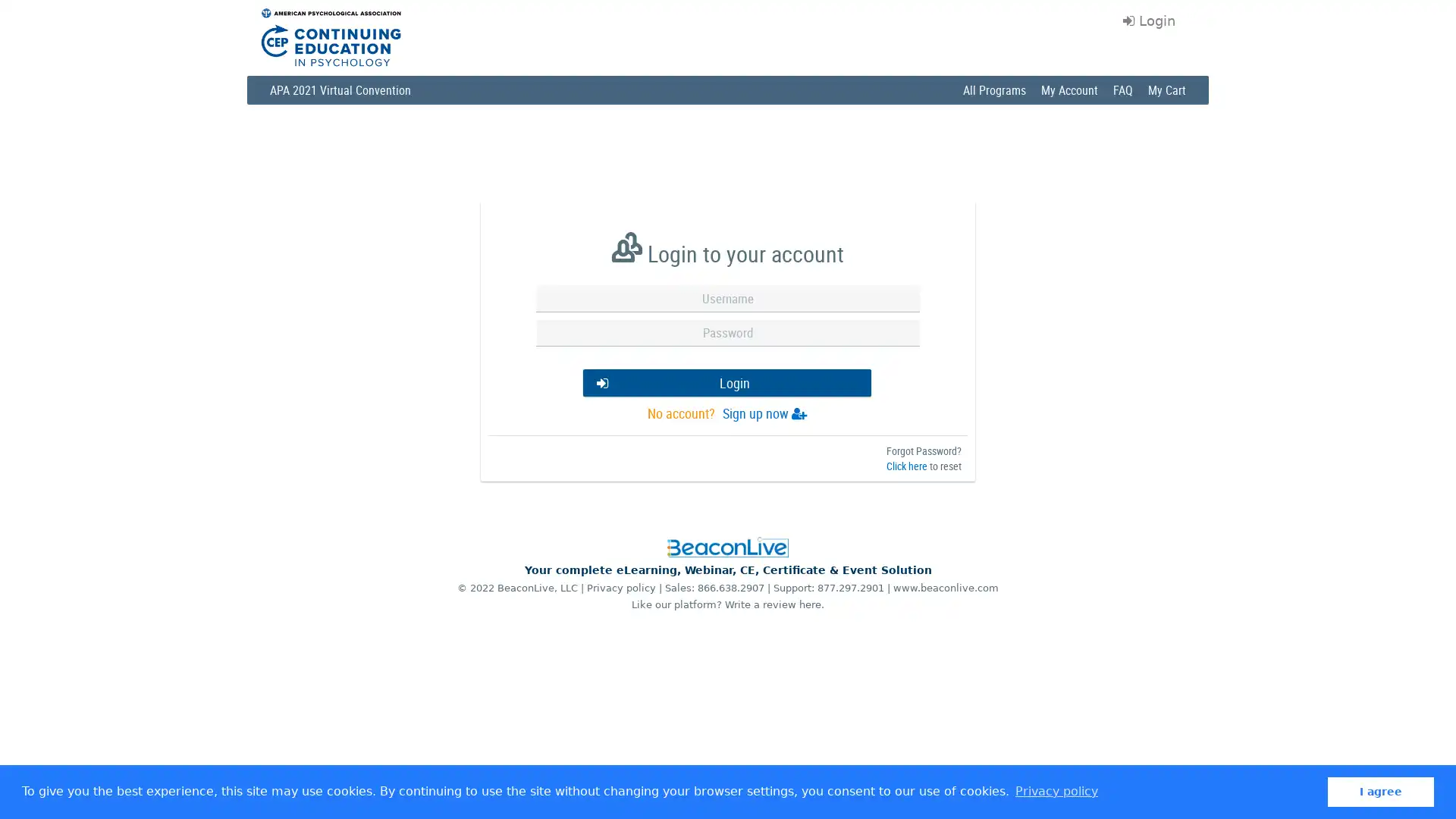 The height and width of the screenshot is (819, 1456). What do you see at coordinates (726, 384) in the screenshot?
I see `Login` at bounding box center [726, 384].